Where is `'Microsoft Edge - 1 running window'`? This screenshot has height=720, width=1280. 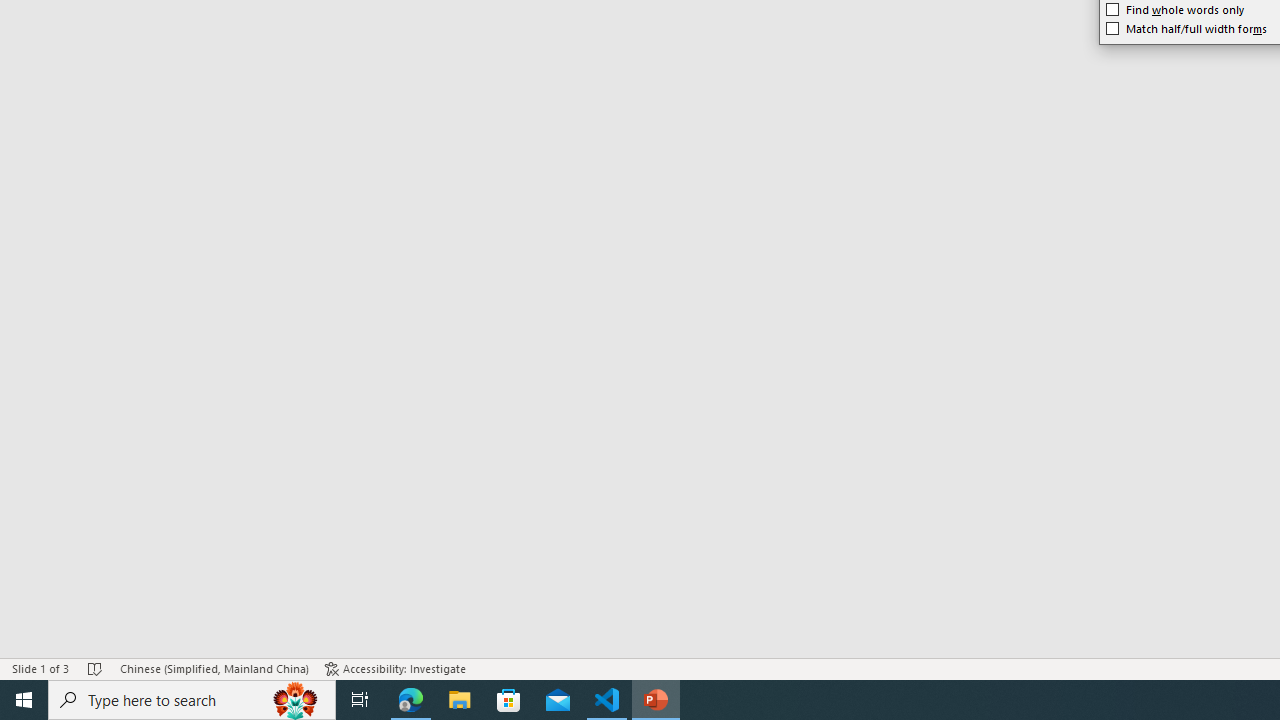 'Microsoft Edge - 1 running window' is located at coordinates (410, 698).